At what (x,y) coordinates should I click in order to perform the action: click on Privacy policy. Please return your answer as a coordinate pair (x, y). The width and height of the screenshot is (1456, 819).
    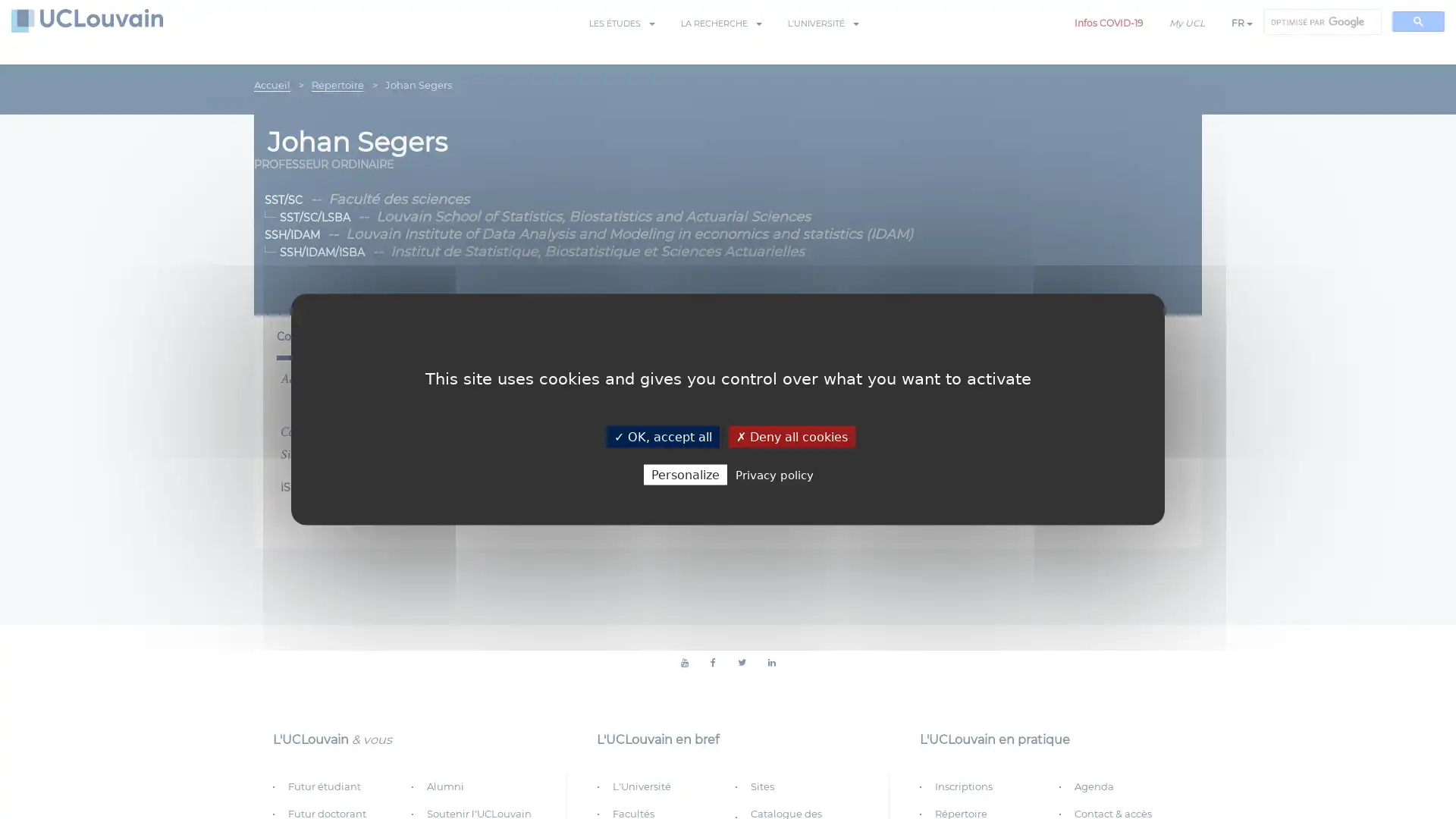
    Looking at the image, I should click on (773, 473).